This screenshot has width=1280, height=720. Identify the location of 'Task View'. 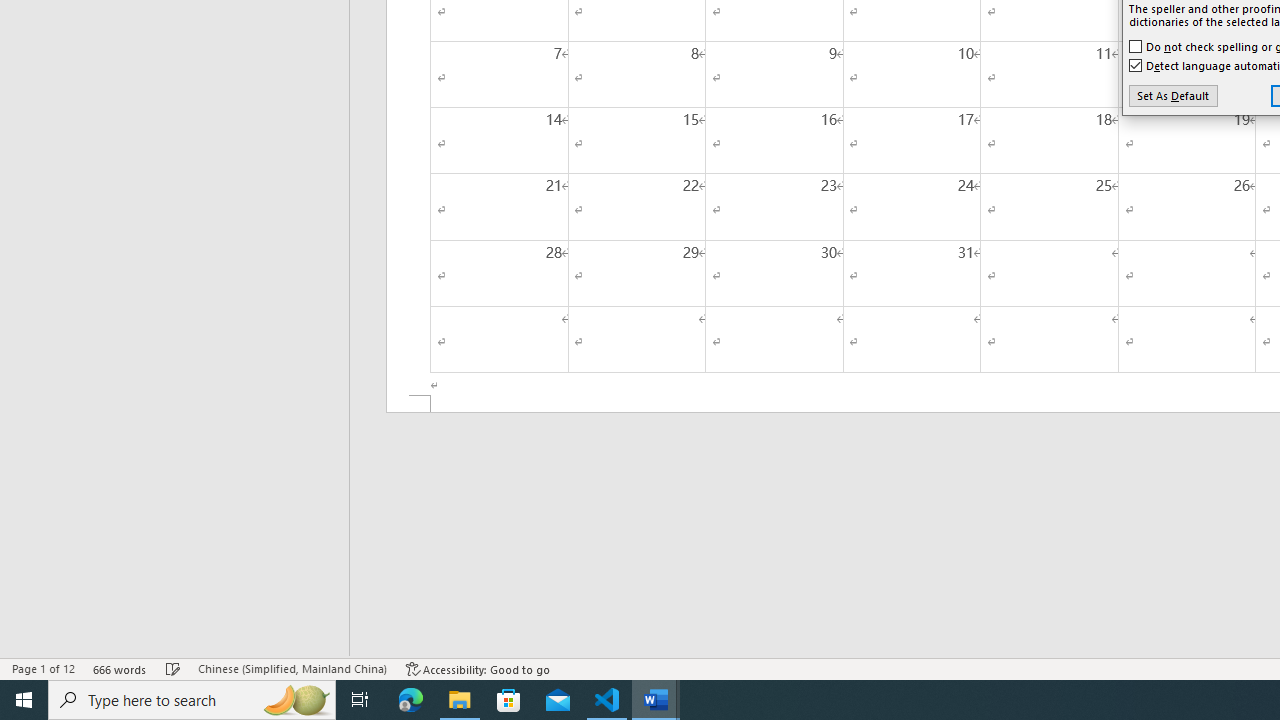
(359, 698).